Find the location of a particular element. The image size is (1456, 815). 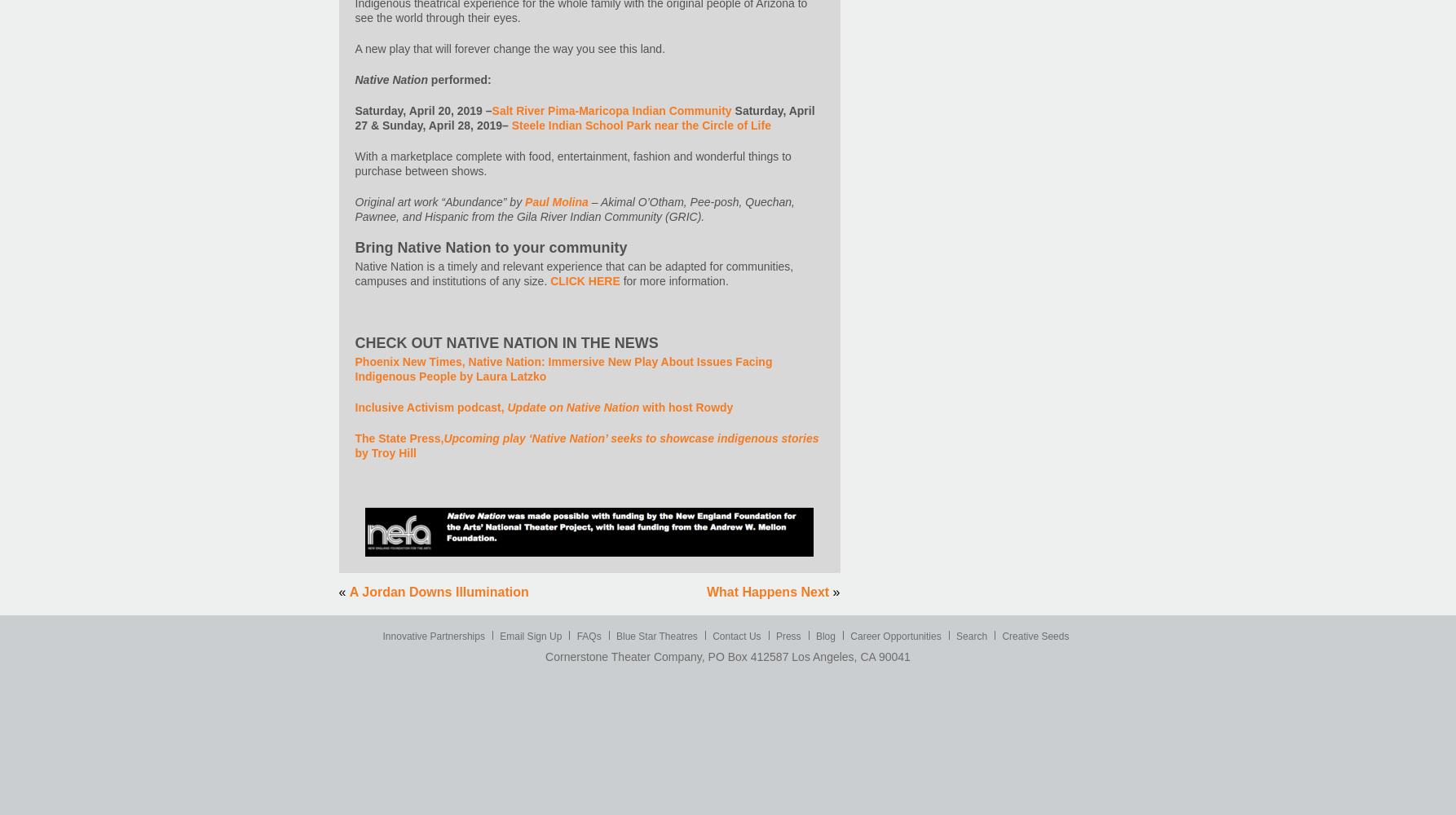

'Blog' is located at coordinates (824, 637).